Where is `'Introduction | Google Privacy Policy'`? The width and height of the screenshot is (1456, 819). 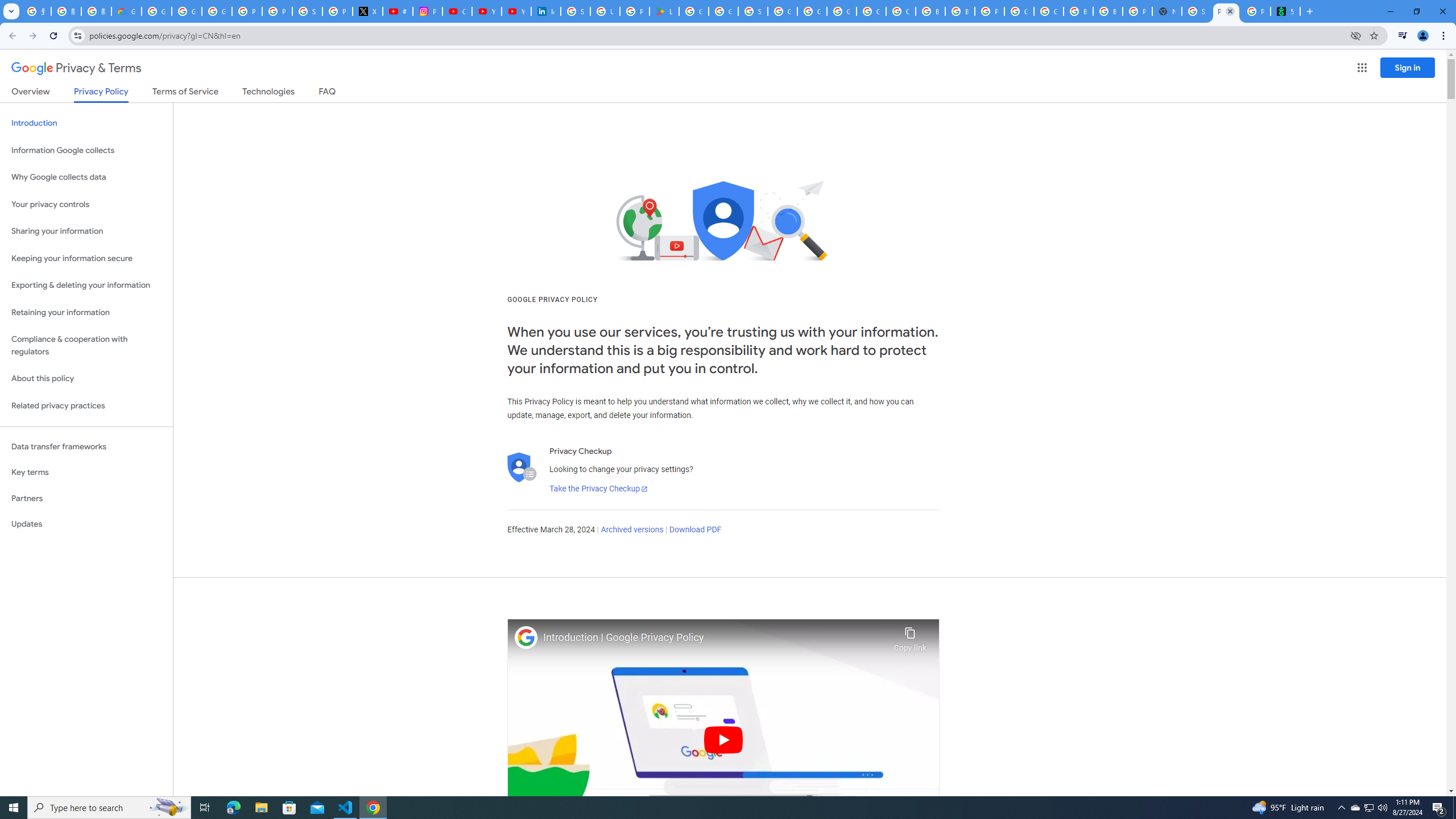 'Introduction | Google Privacy Policy' is located at coordinates (715, 638).